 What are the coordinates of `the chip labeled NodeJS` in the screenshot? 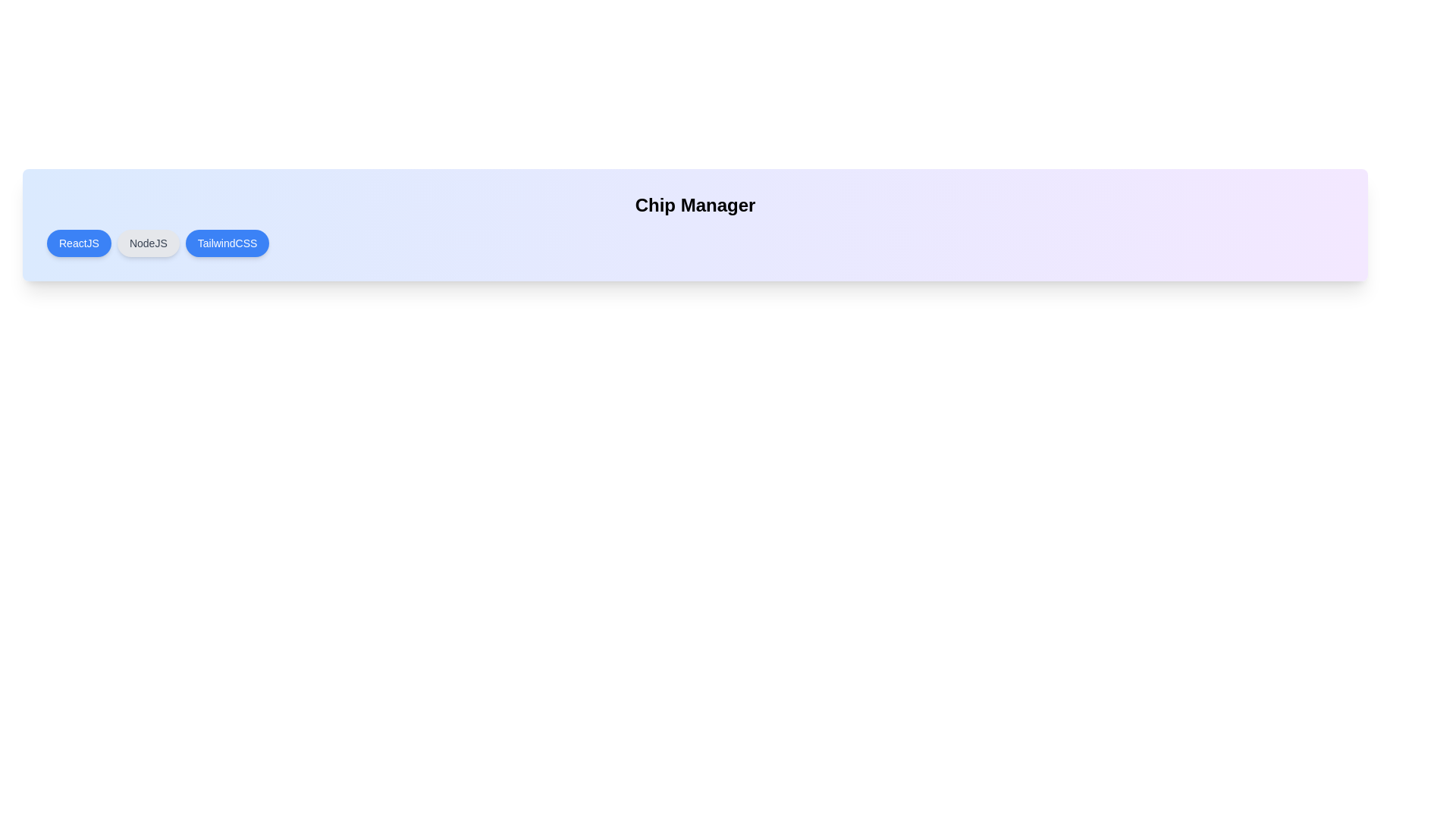 It's located at (148, 242).